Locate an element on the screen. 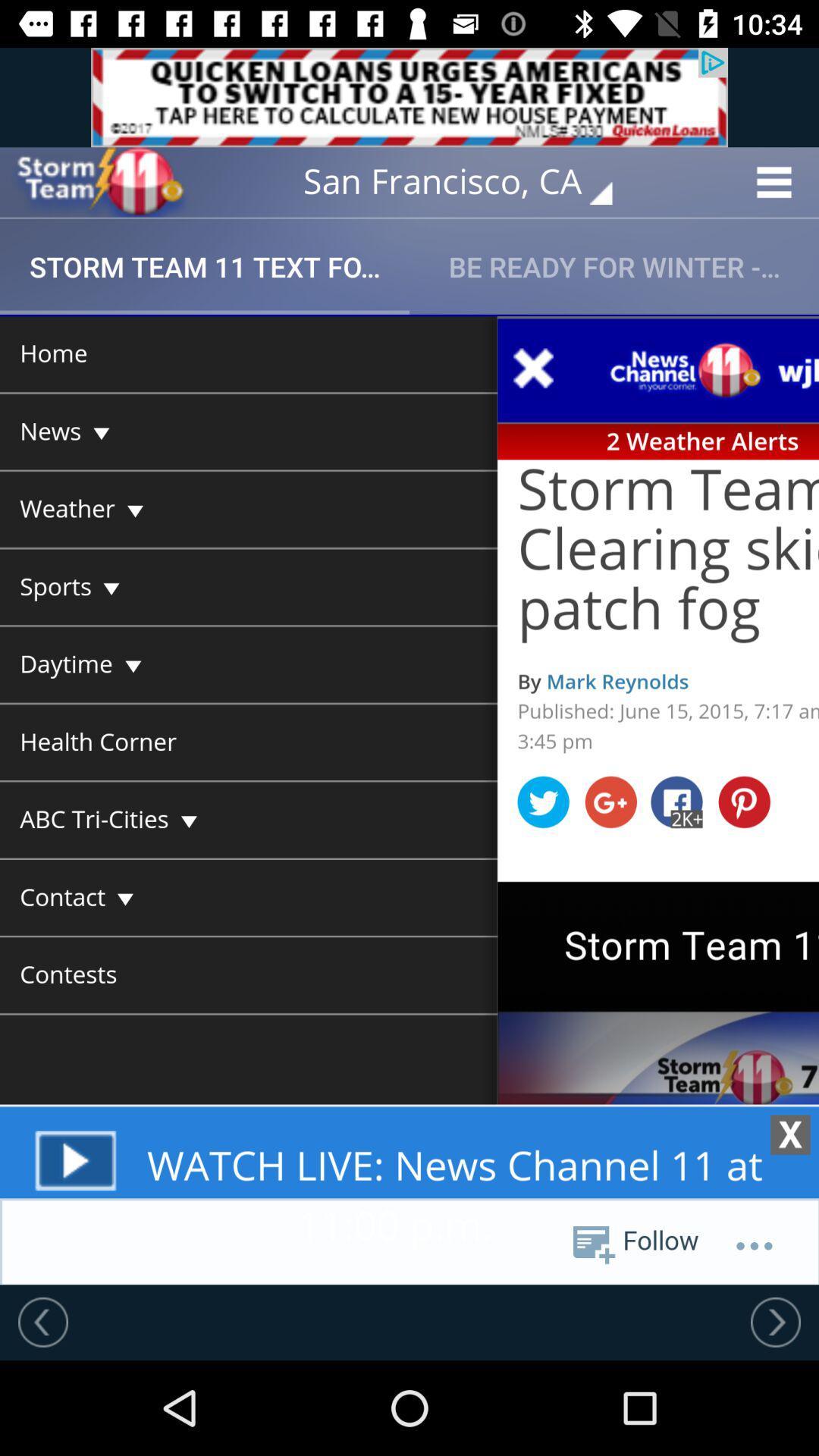 This screenshot has width=819, height=1456. main menu is located at coordinates (409, 799).